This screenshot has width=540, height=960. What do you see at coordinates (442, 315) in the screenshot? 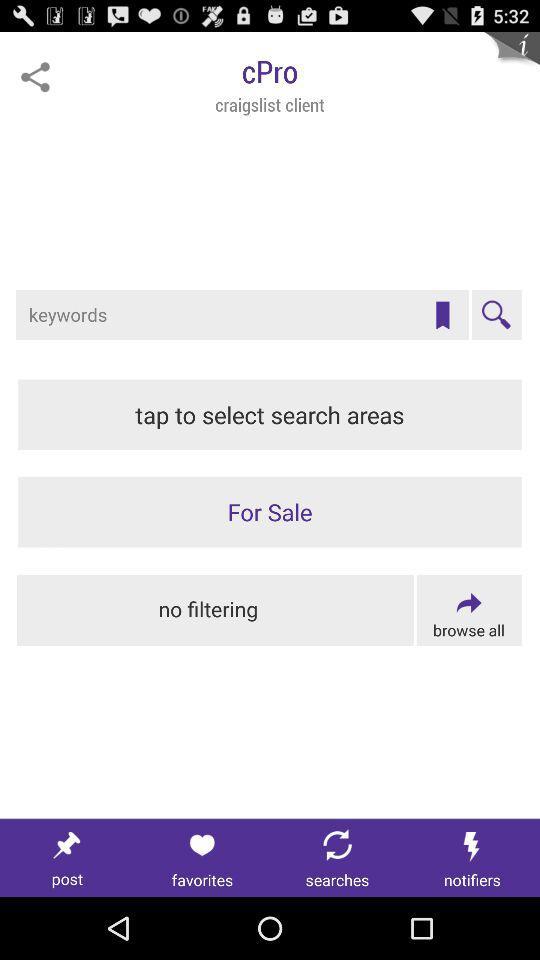
I see `the item below the cpro item` at bounding box center [442, 315].